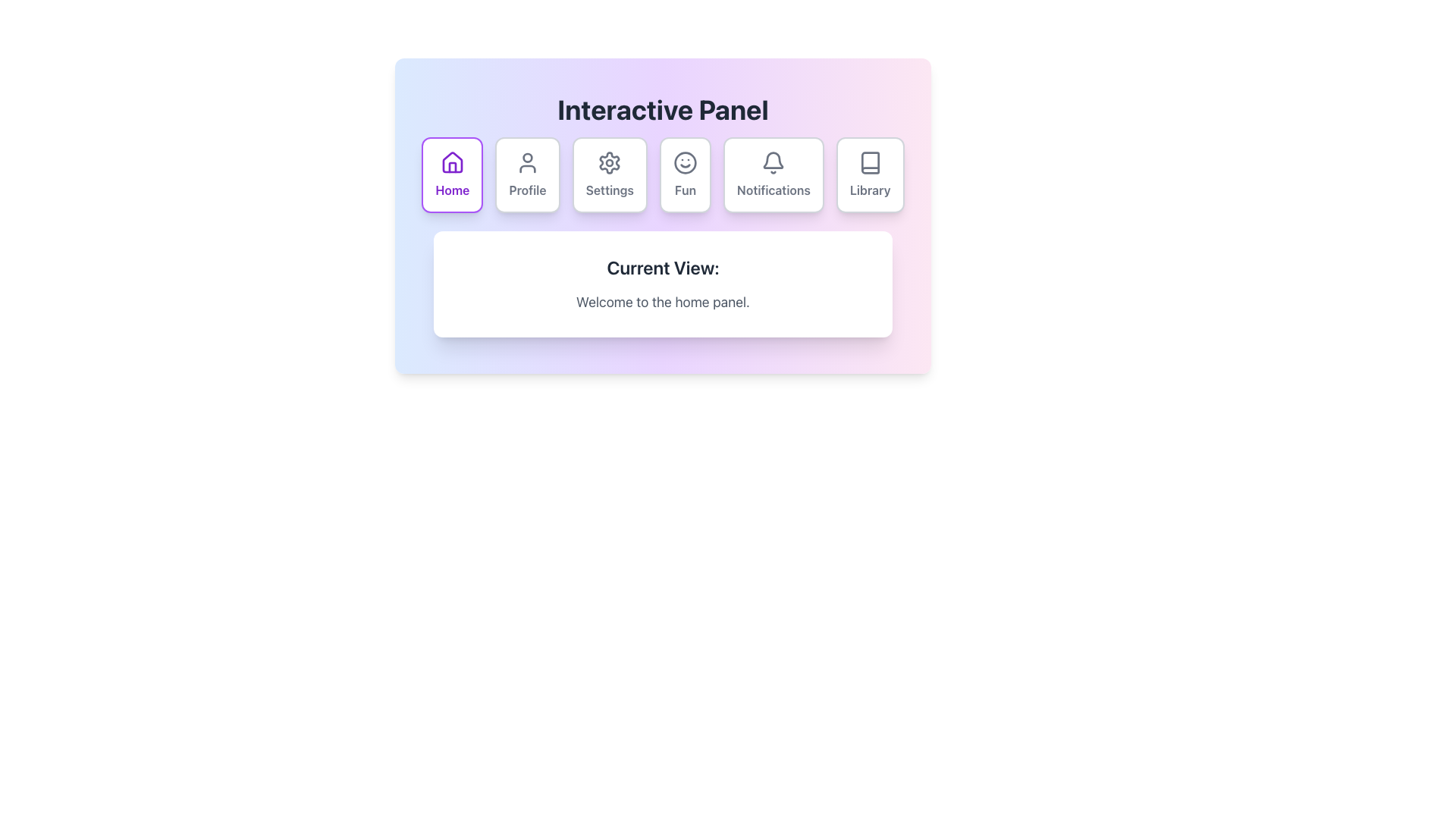 The height and width of the screenshot is (819, 1456). What do you see at coordinates (610, 163) in the screenshot?
I see `the gear-shaped icon representing settings, located within the 'Settings' button in the top bar of the interactive panel interface` at bounding box center [610, 163].